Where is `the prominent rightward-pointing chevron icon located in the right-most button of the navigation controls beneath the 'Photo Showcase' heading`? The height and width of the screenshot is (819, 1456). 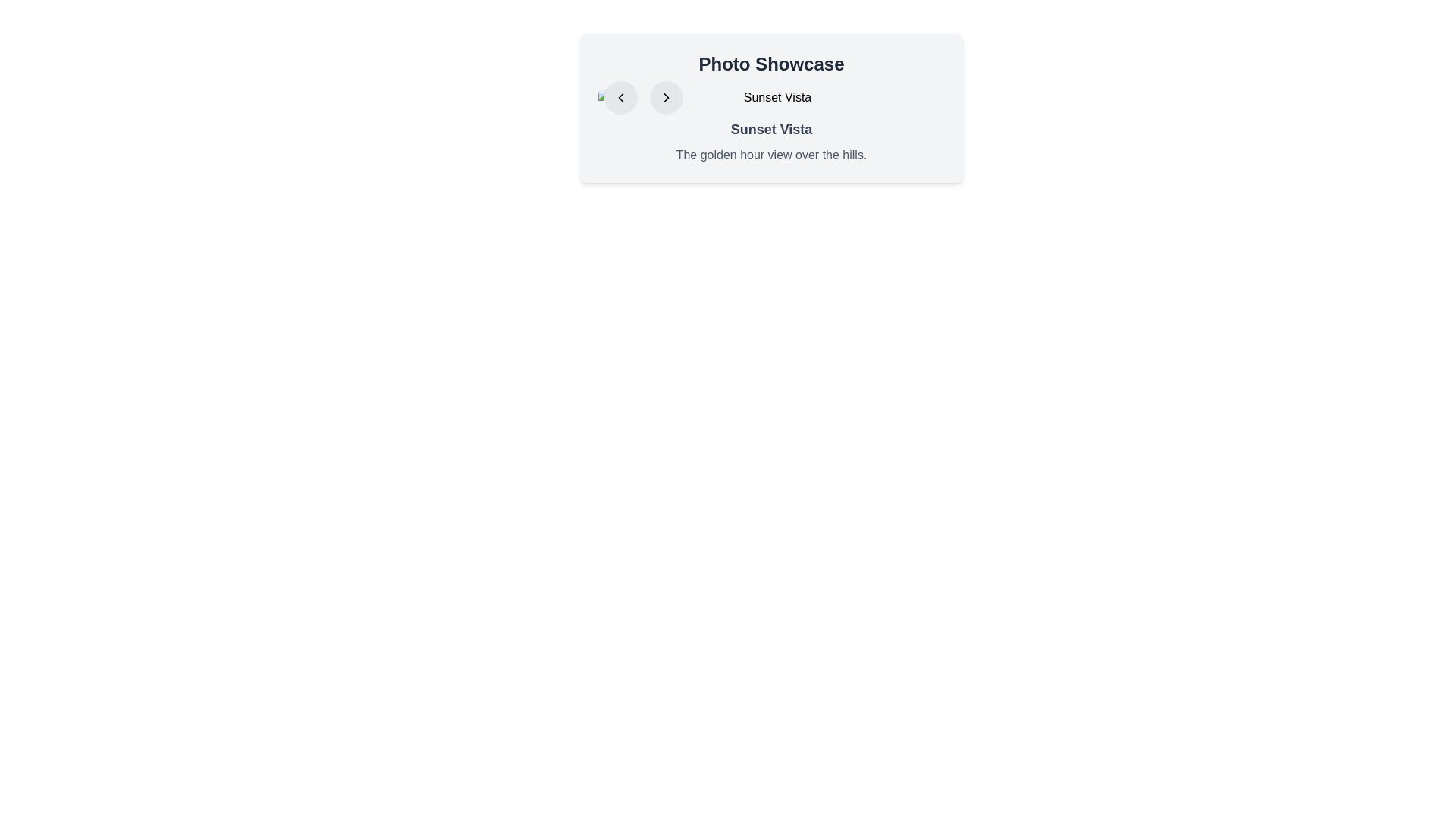
the prominent rightward-pointing chevron icon located in the right-most button of the navigation controls beneath the 'Photo Showcase' heading is located at coordinates (666, 97).